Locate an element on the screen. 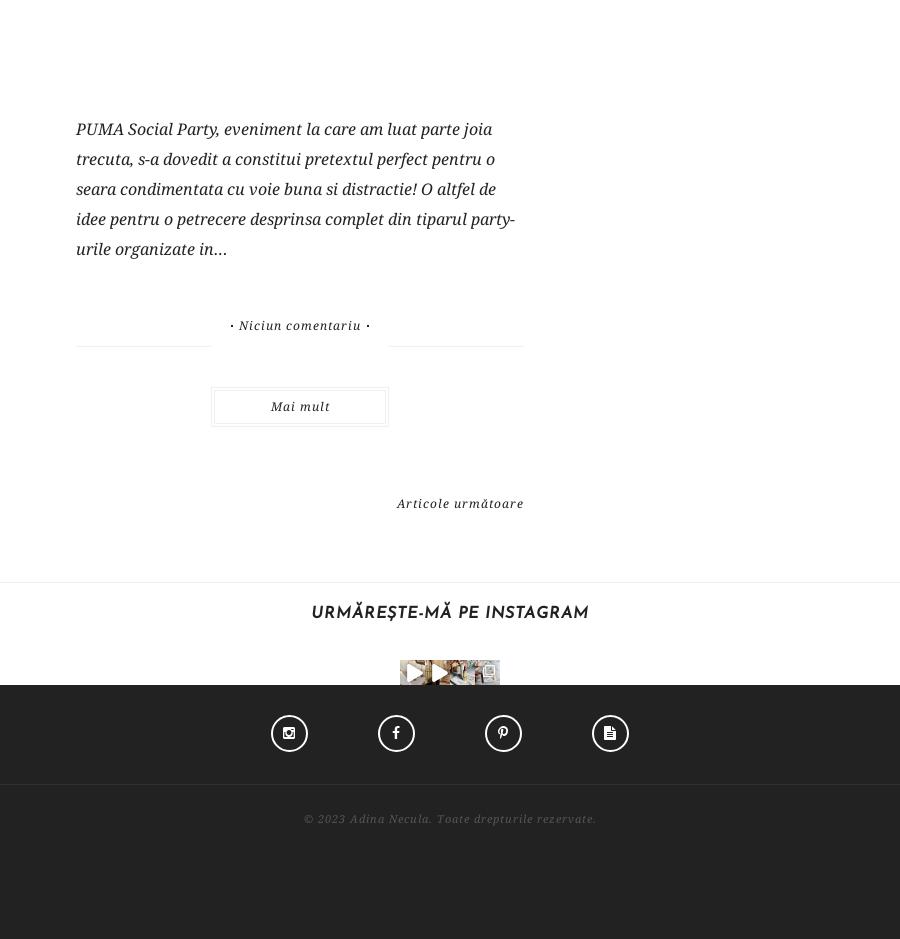 Image resolution: width=900 pixels, height=939 pixels. 'Articole' is located at coordinates (629, 723).